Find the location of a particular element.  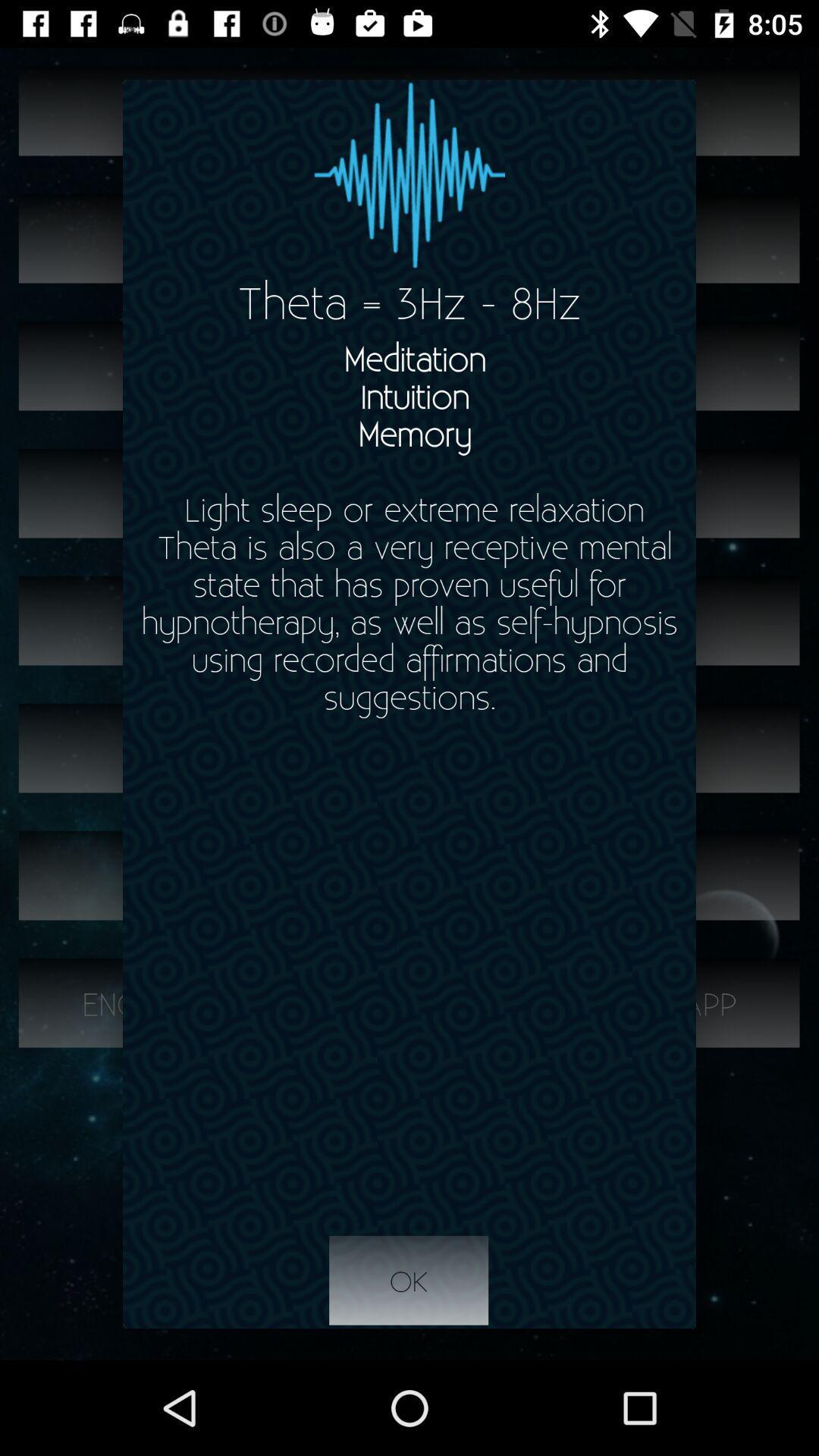

ok icon is located at coordinates (408, 1280).